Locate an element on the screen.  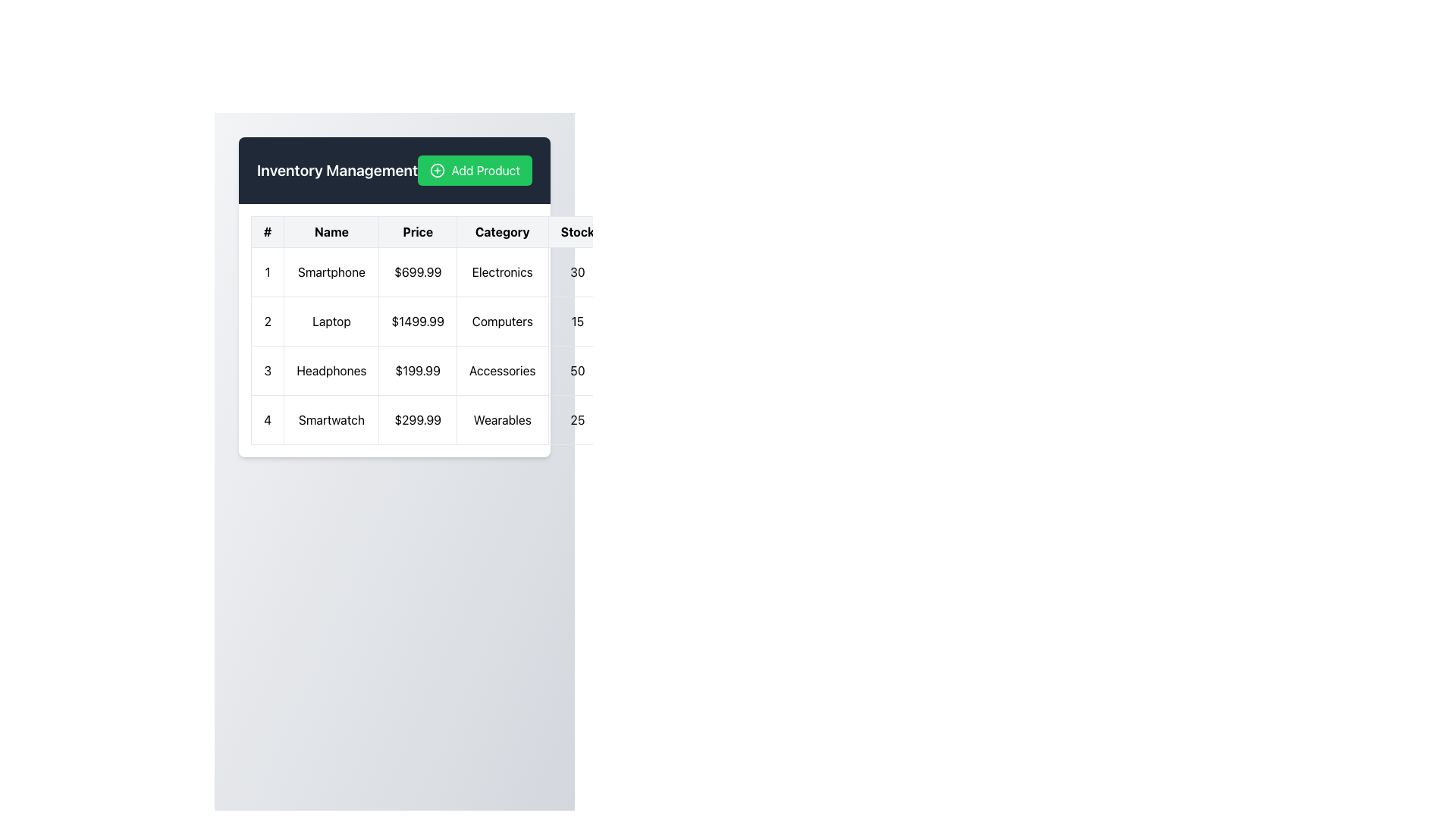
the 'Price' column header in the table, which is the third column header located between 'Name' and 'Category' is located at coordinates (418, 231).